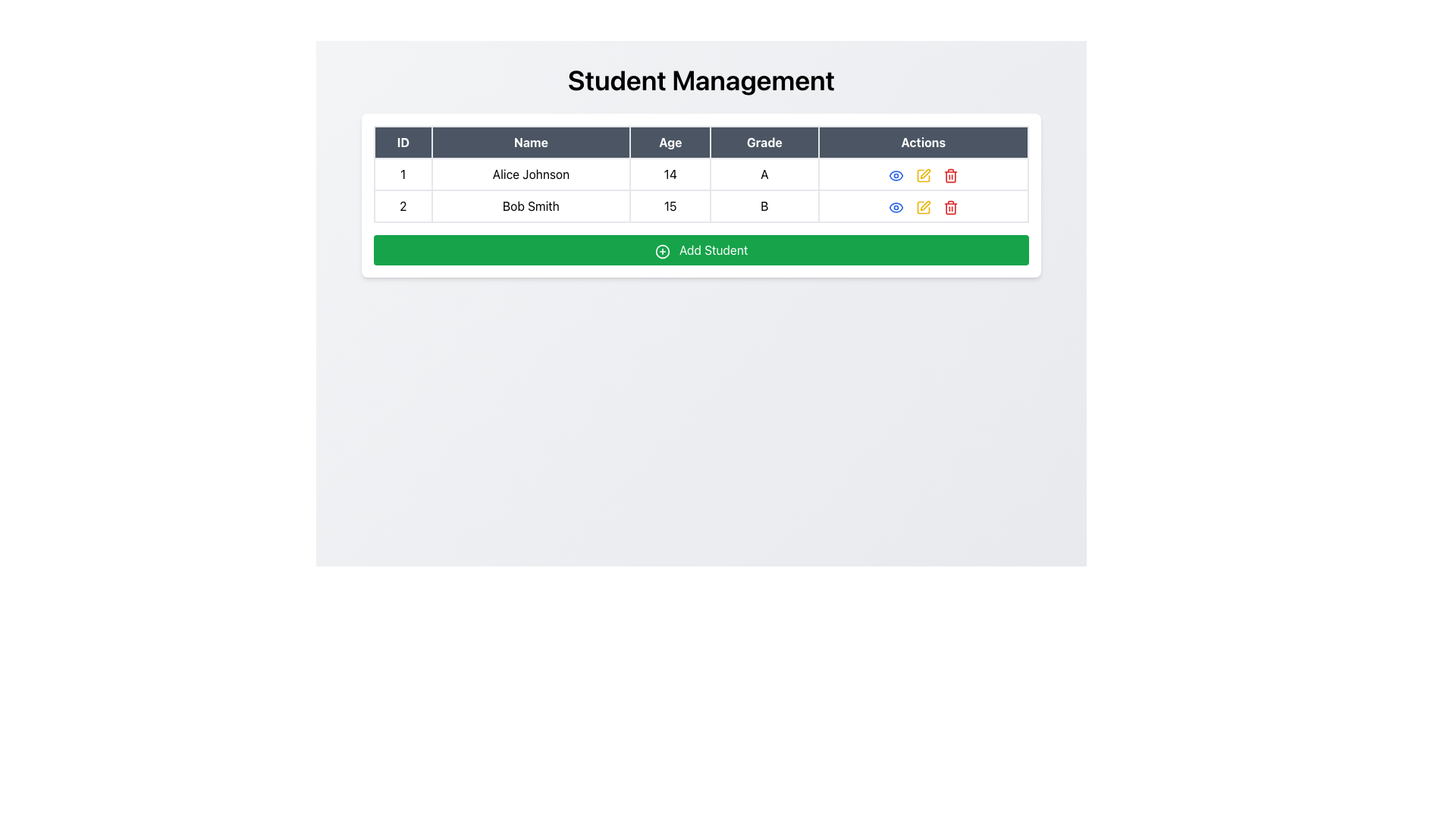  I want to click on the trash can icon button in the 'Actions' column of the last row, so click(949, 206).